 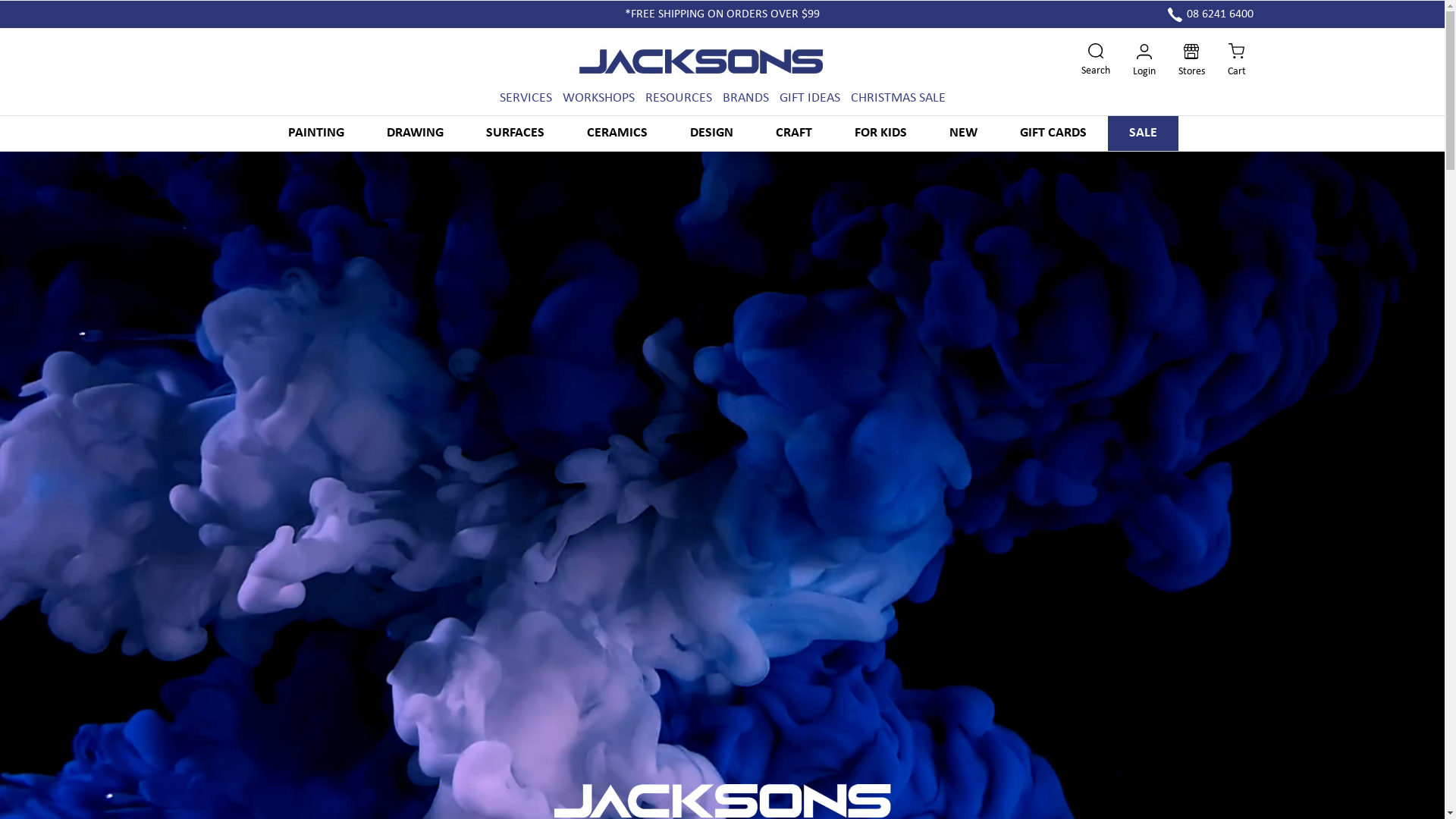 I want to click on 'NEW', so click(x=927, y=133).